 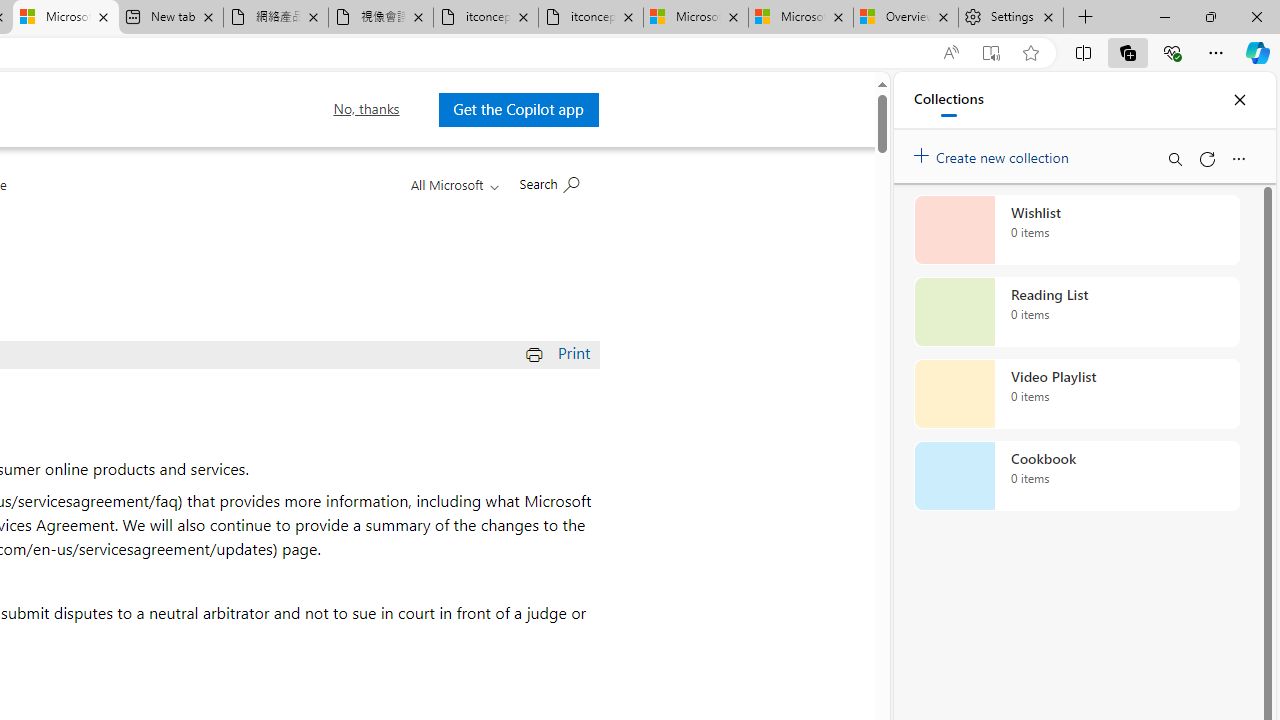 I want to click on 'Overview', so click(x=904, y=17).